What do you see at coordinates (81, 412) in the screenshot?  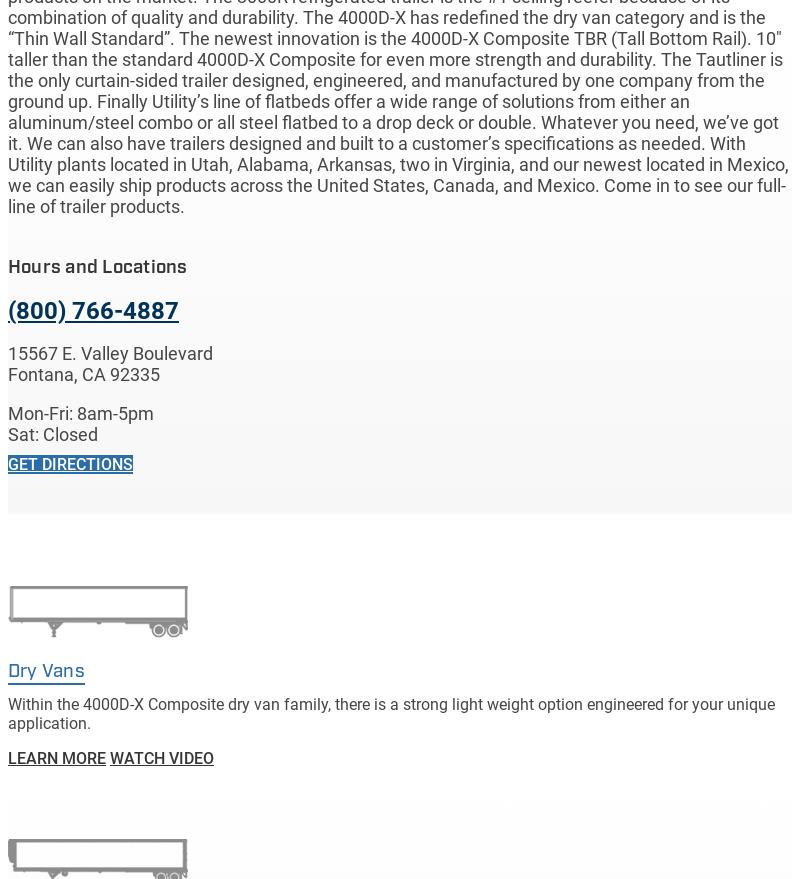 I see `'Mon-Fri: 8am-5pm'` at bounding box center [81, 412].